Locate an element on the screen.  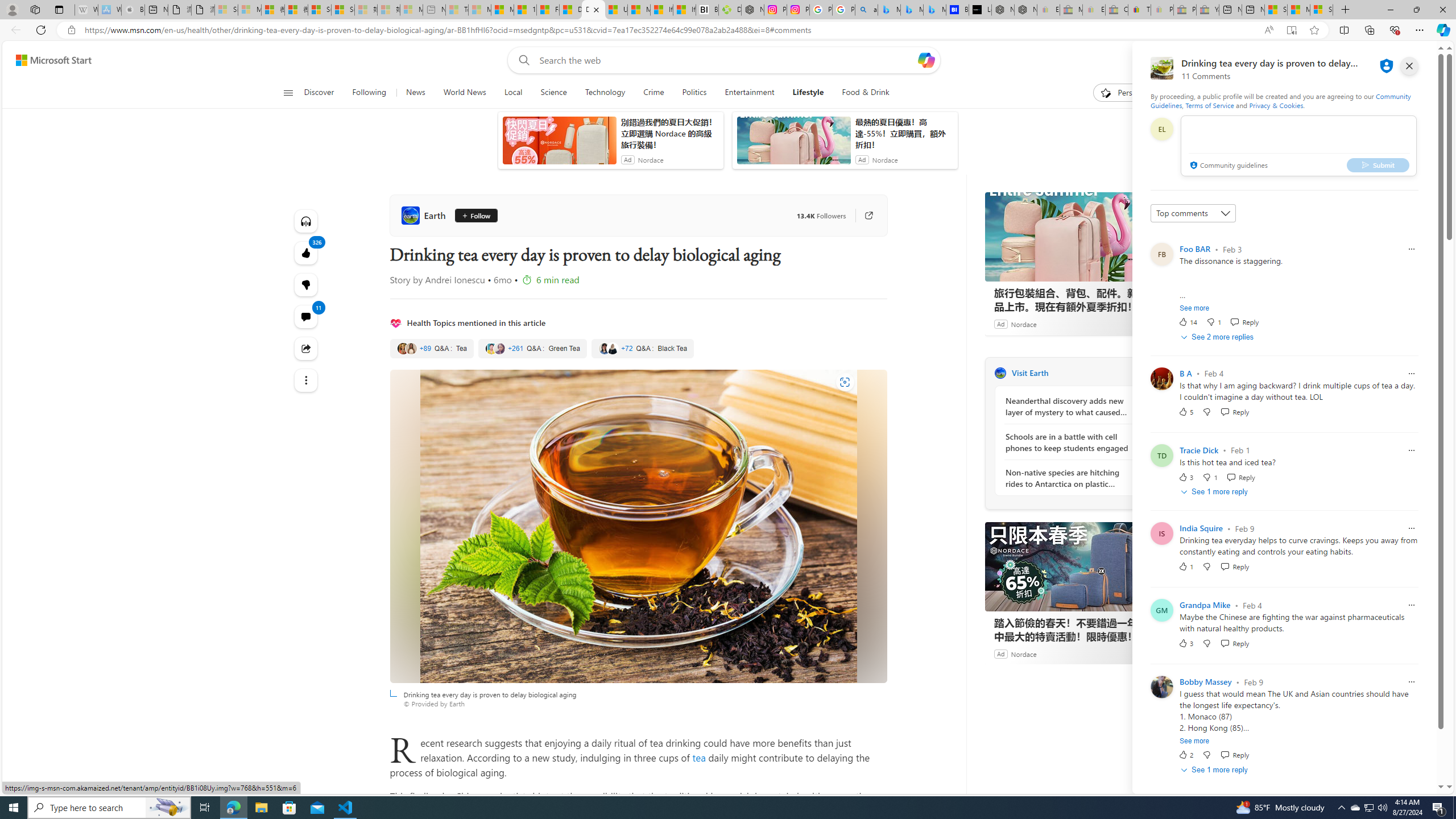
'Profile Picture' is located at coordinates (1161, 686).